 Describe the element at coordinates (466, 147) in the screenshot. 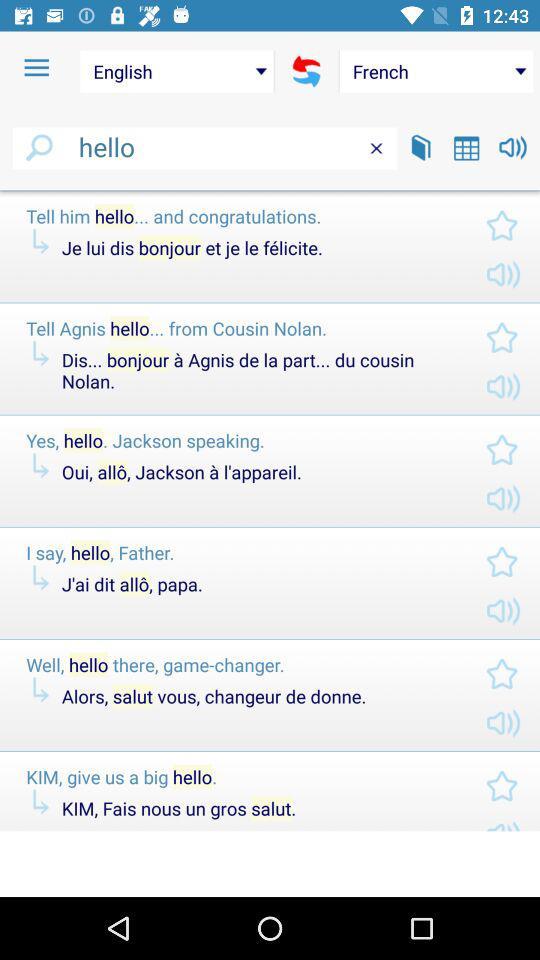

I see `switch to calendar view` at that location.